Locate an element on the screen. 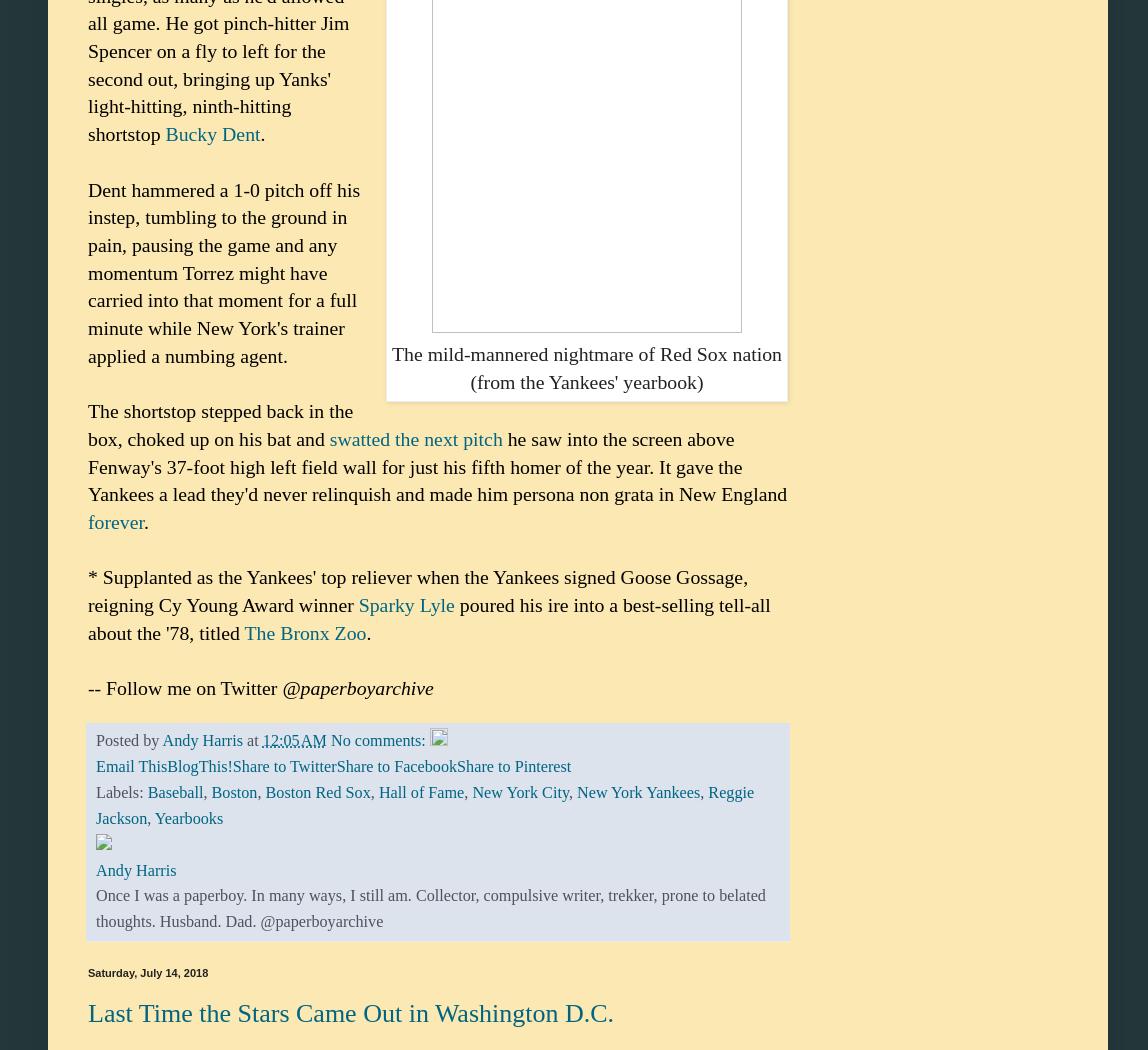 This screenshot has width=1148, height=1050. 'New York Yankees' is located at coordinates (638, 791).